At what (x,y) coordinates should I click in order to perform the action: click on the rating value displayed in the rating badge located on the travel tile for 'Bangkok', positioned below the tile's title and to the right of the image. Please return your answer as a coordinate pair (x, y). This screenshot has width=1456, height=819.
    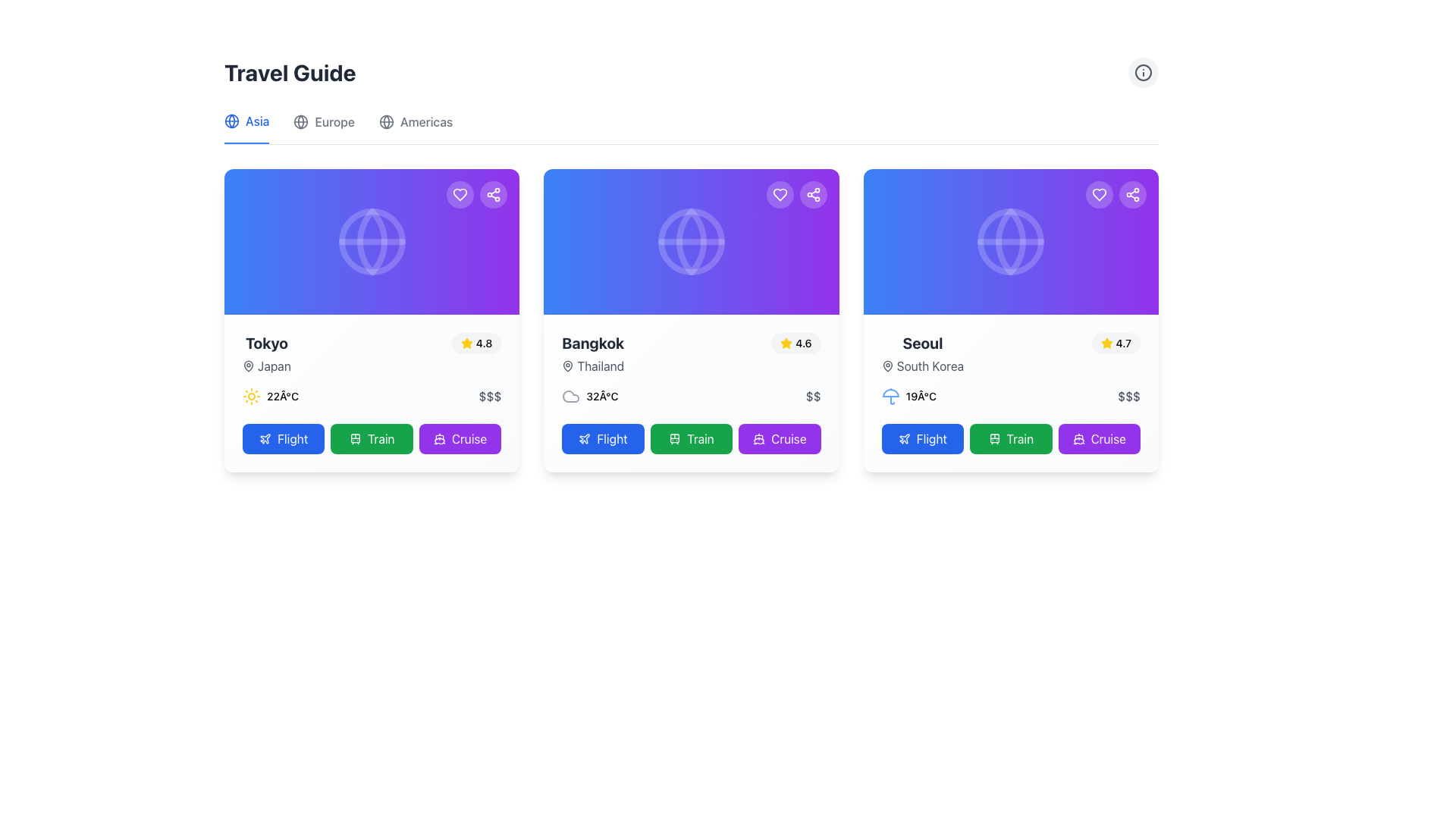
    Looking at the image, I should click on (795, 343).